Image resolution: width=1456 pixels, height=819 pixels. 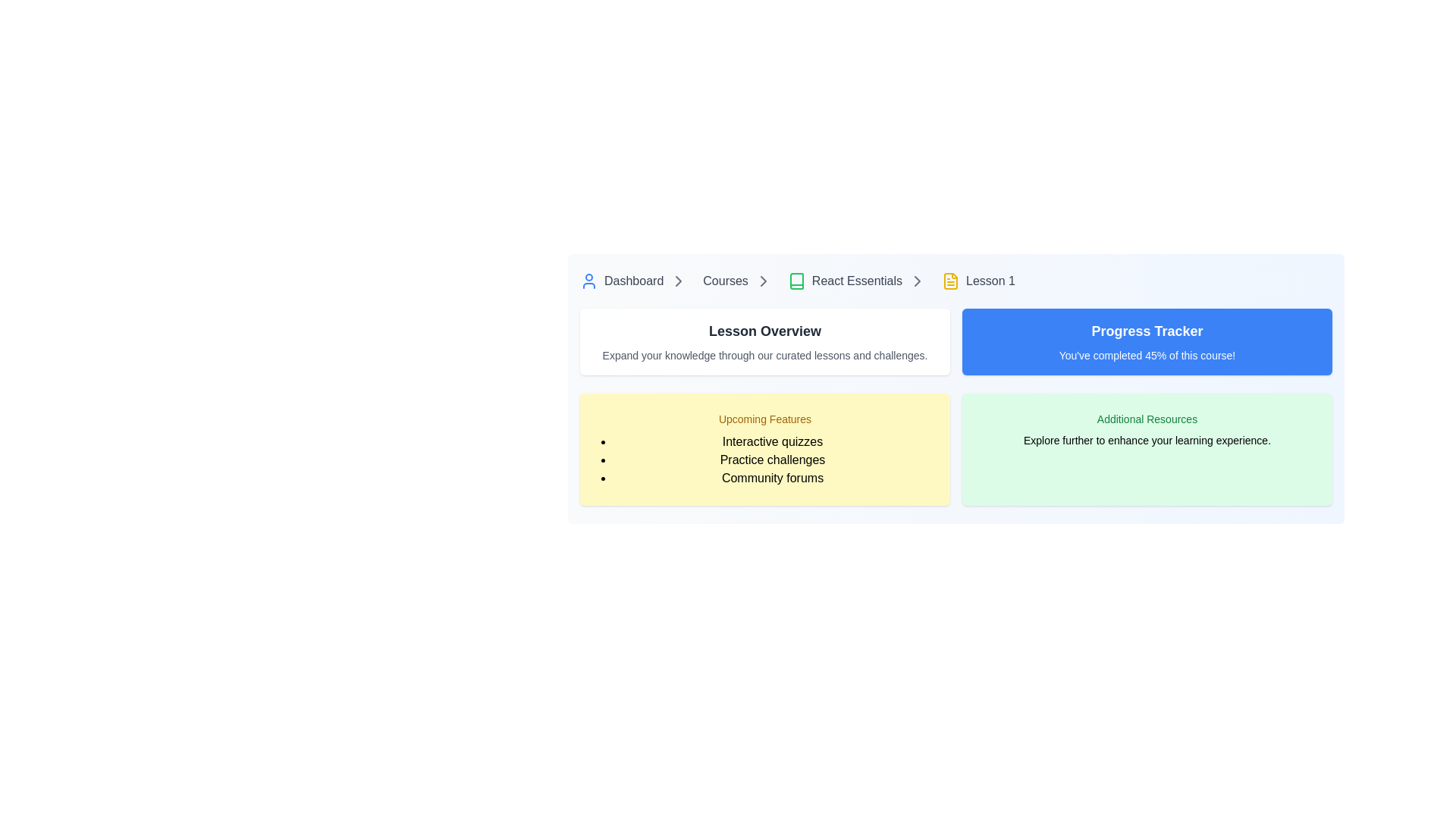 I want to click on displayed text in the blue rectangular 'Progress Tracker' area that shows the completion percentage of the course, so click(x=1147, y=342).